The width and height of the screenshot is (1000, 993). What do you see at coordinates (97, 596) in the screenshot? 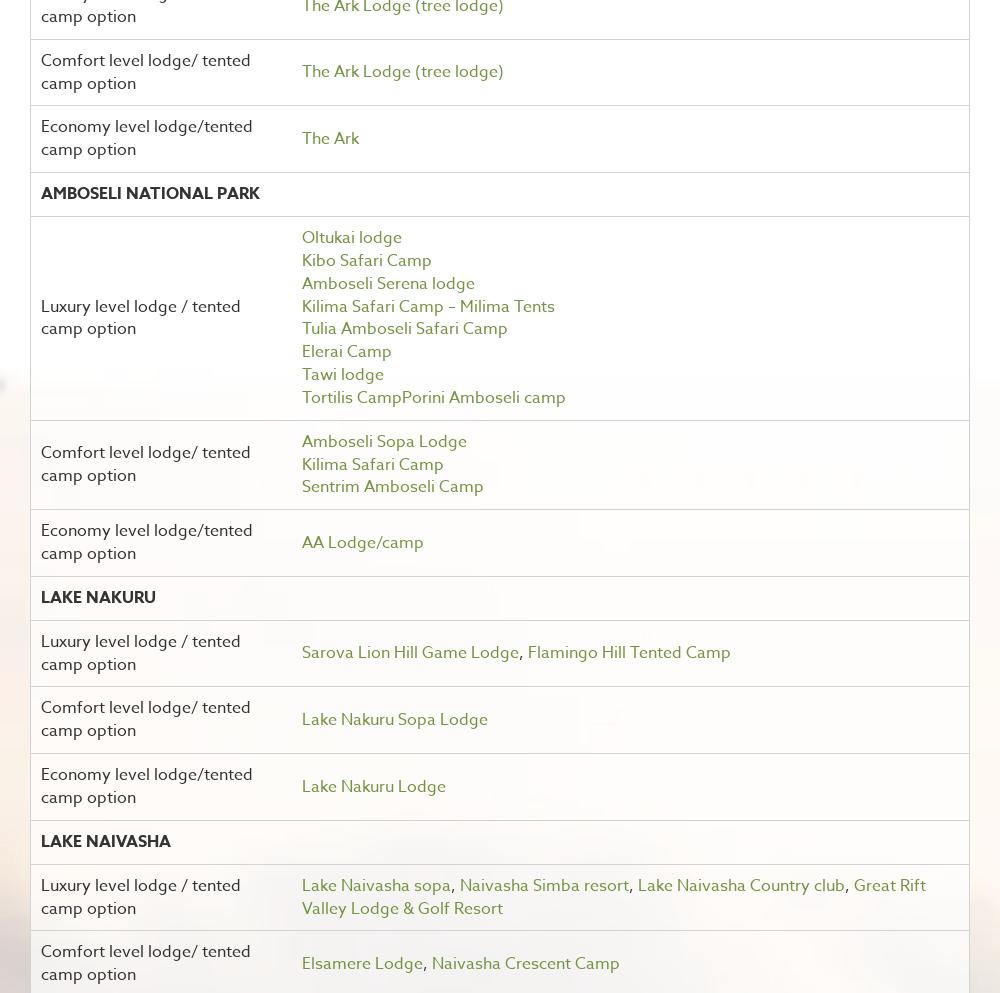
I see `'Lake Nakuru'` at bounding box center [97, 596].